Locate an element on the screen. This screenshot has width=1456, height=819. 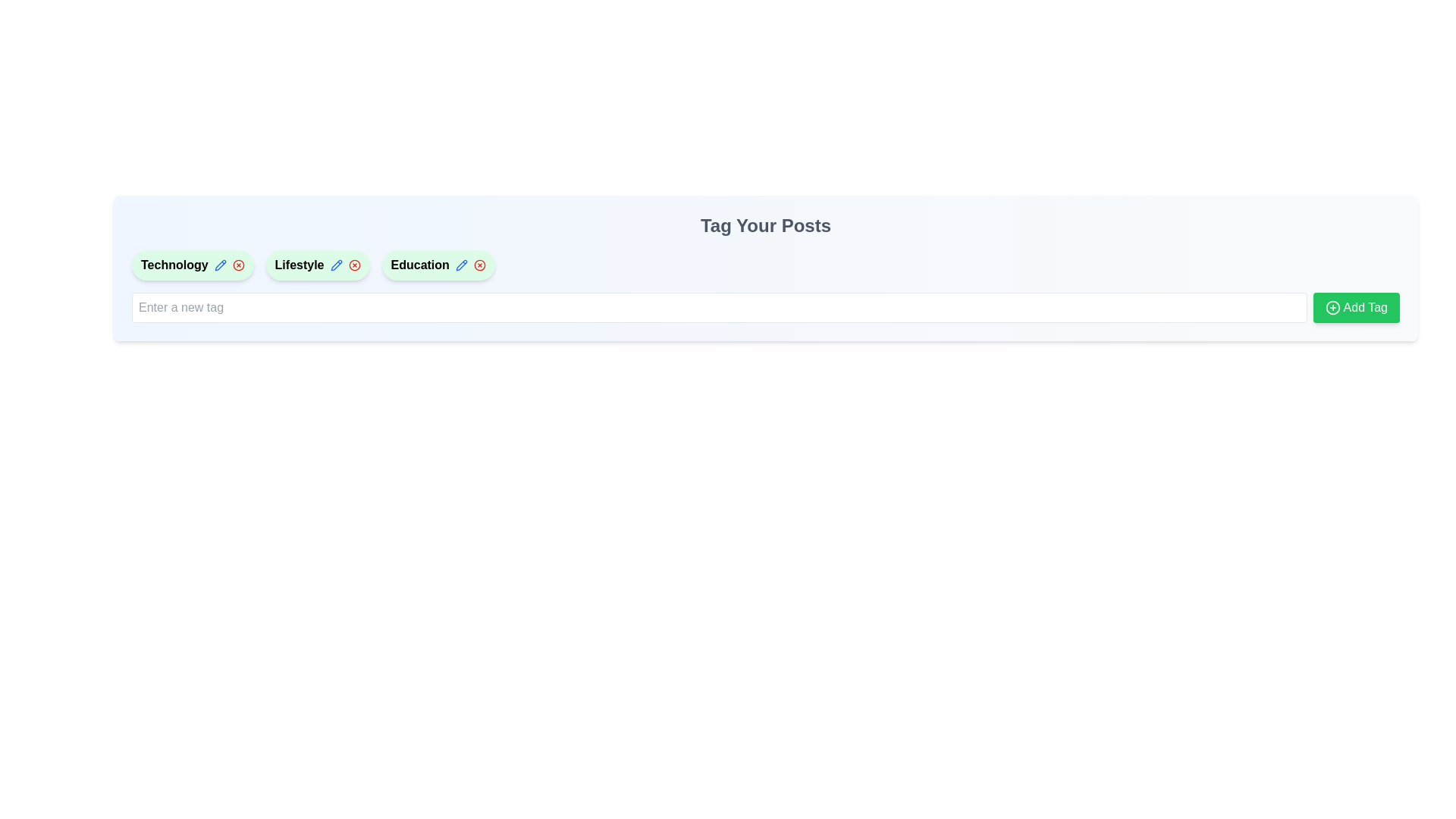
the close or delete icon associated with the 'Lifestyle' tag is located at coordinates (353, 265).